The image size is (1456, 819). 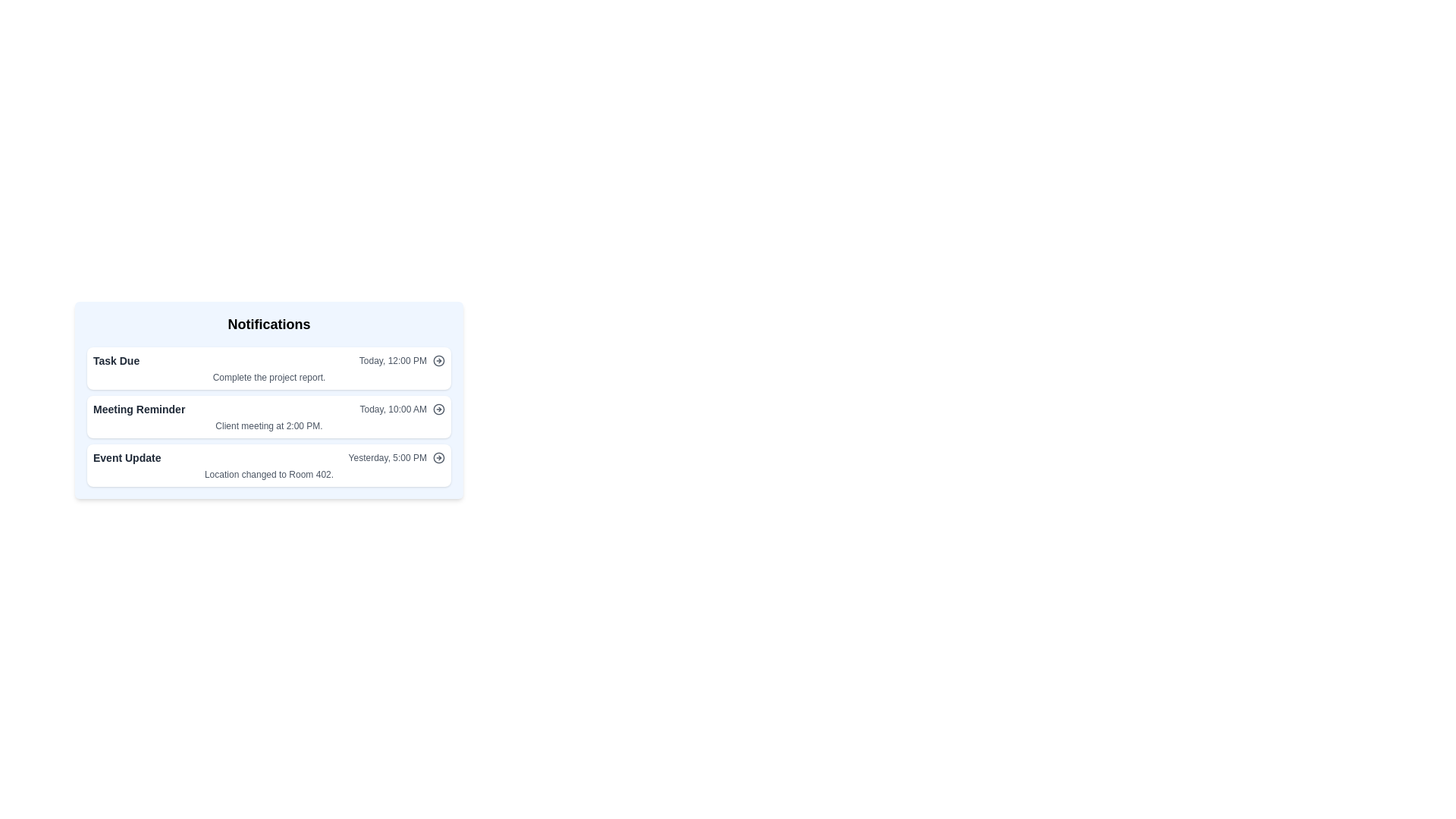 I want to click on the 'Meeting Reminder' horizontal layout element that contains 'Meeting Reminder' on the left and 'Today, 10:00 AM' on the right, positioned between 'Task Due' and 'Client meeting at 2:00 PM', so click(x=269, y=409).